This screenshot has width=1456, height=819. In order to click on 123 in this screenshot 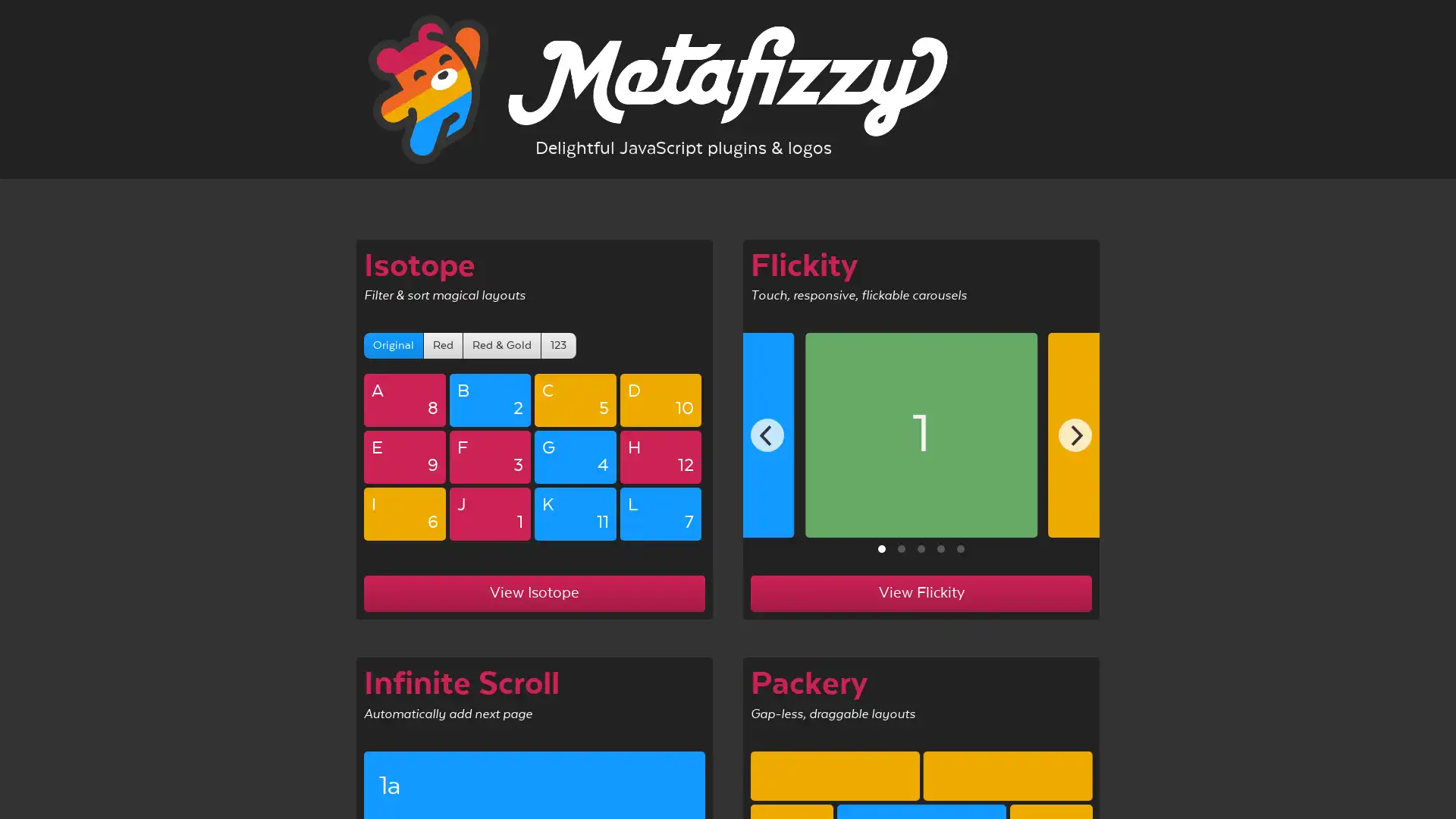, I will do `click(558, 345)`.